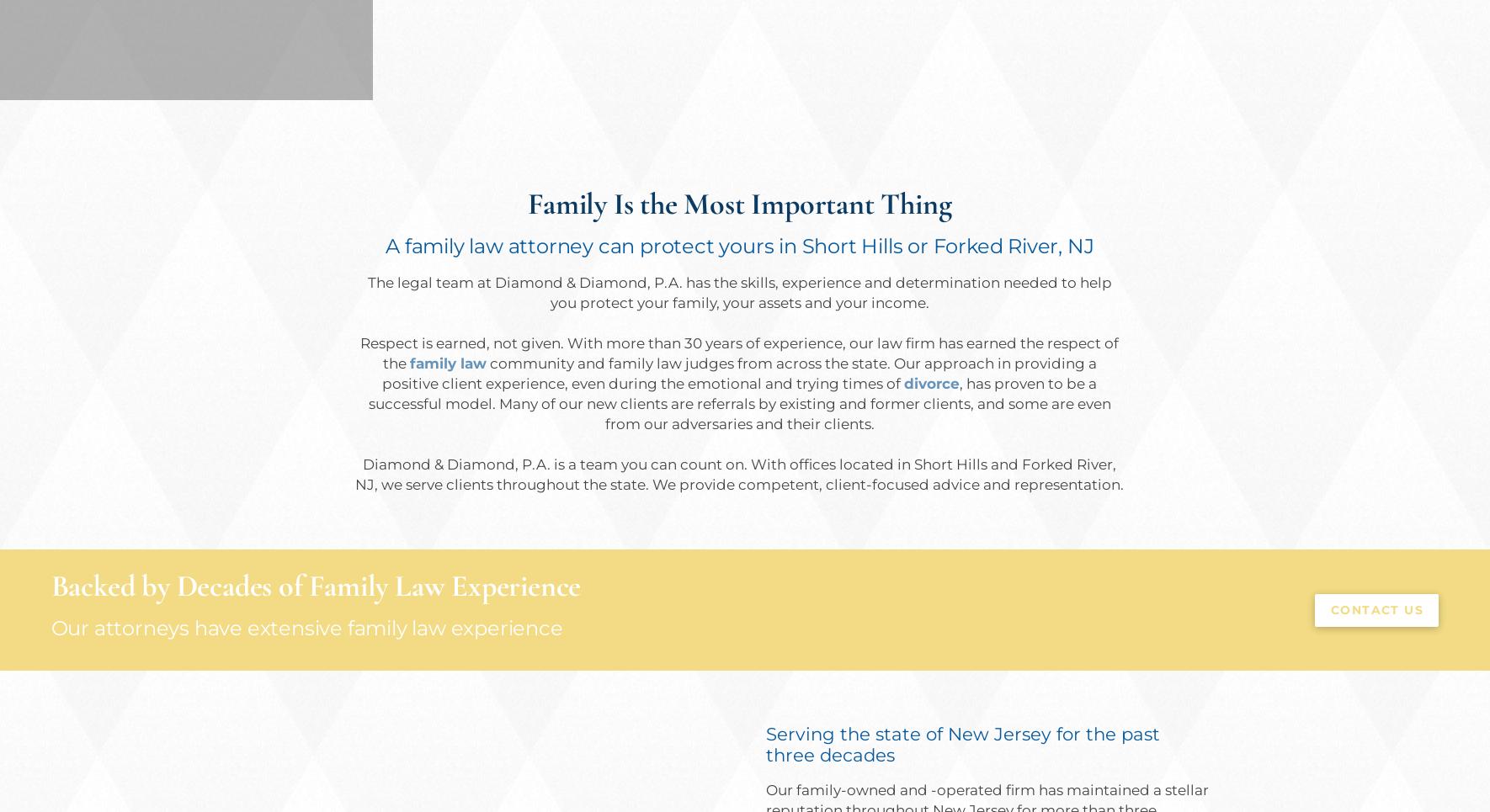  Describe the element at coordinates (738, 402) in the screenshot. I see `', has proven to be a successful model. Many of our new clients are referrals by existing and former clients, and some are even from our adversaries and their clients.'` at that location.